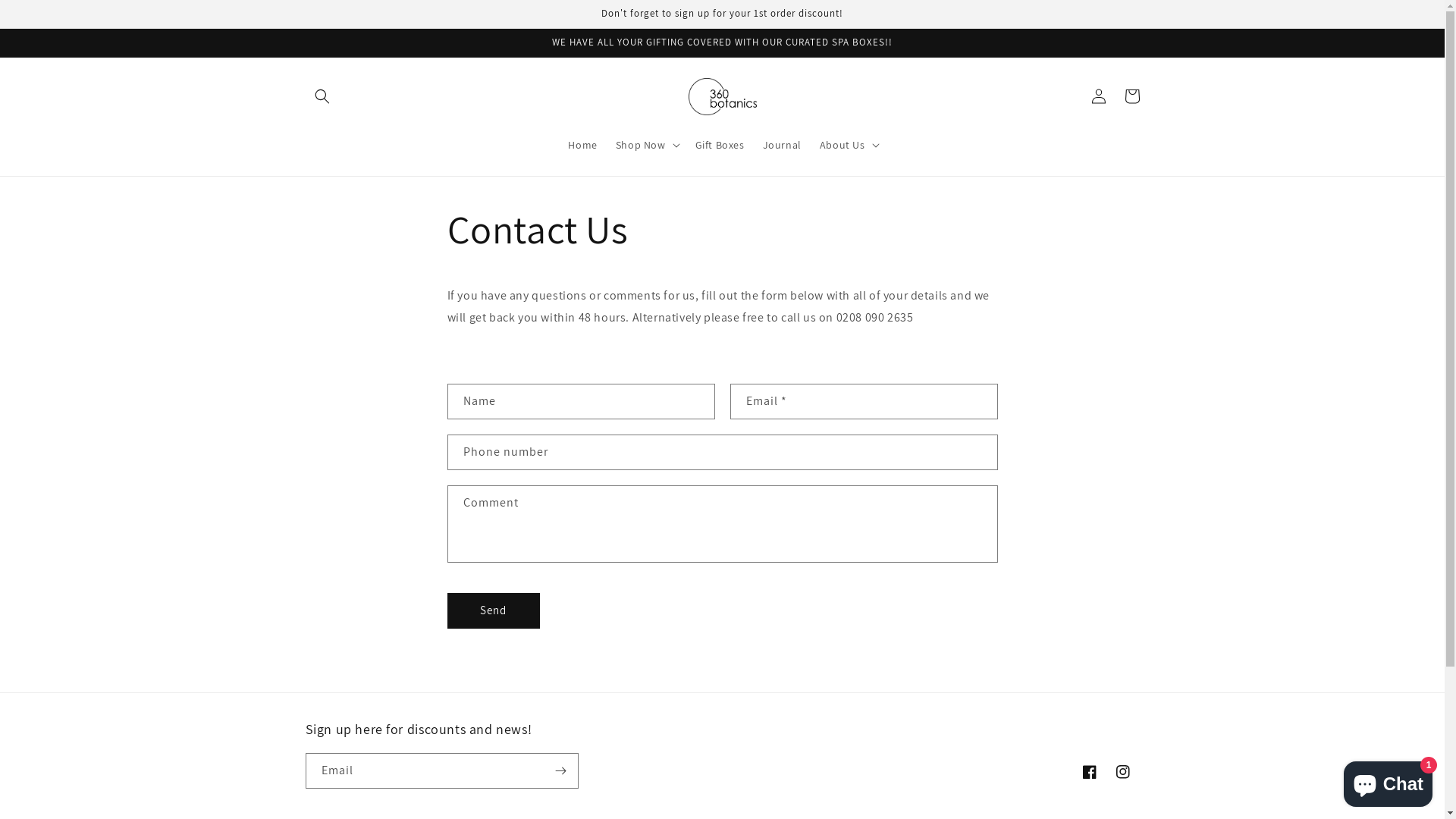  What do you see at coordinates (494, 610) in the screenshot?
I see `'Send'` at bounding box center [494, 610].